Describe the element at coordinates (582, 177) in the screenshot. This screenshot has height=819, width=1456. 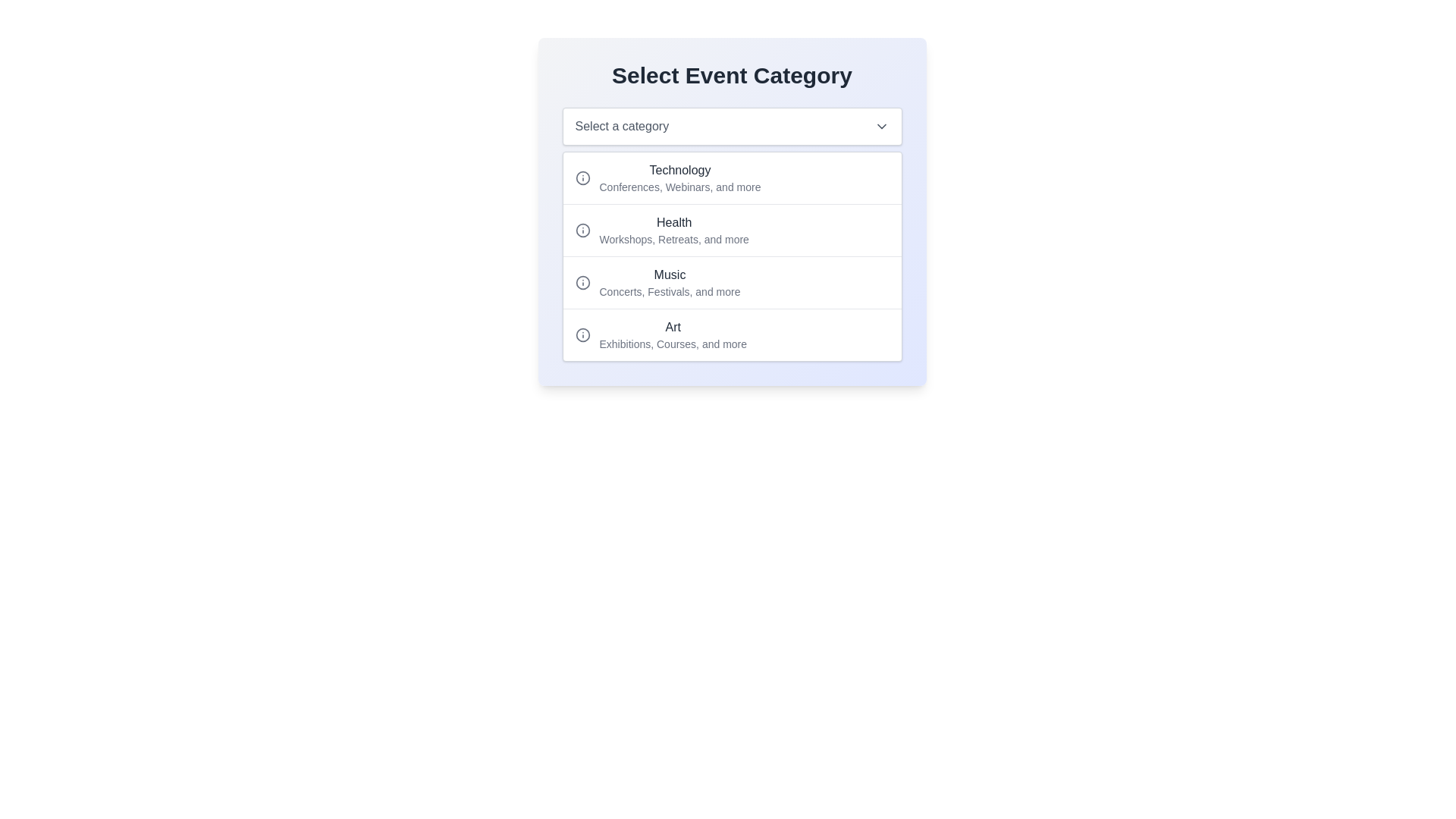
I see `the circular gray information icon located to the left of the 'Technology' heading in the dropdown panel labeled 'Select Event Category'` at that location.